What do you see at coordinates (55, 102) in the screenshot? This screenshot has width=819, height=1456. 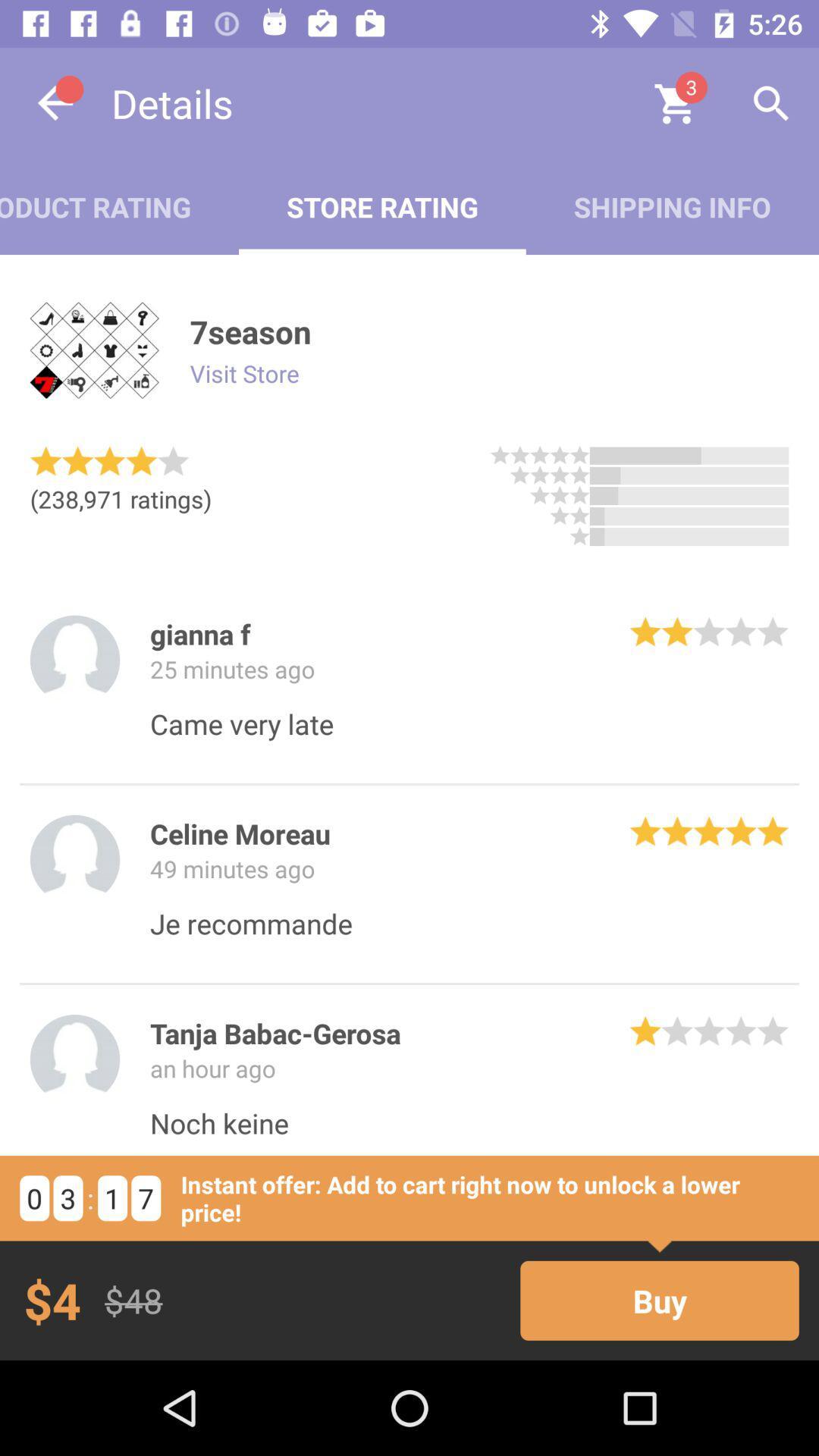 I see `item to the left of details` at bounding box center [55, 102].